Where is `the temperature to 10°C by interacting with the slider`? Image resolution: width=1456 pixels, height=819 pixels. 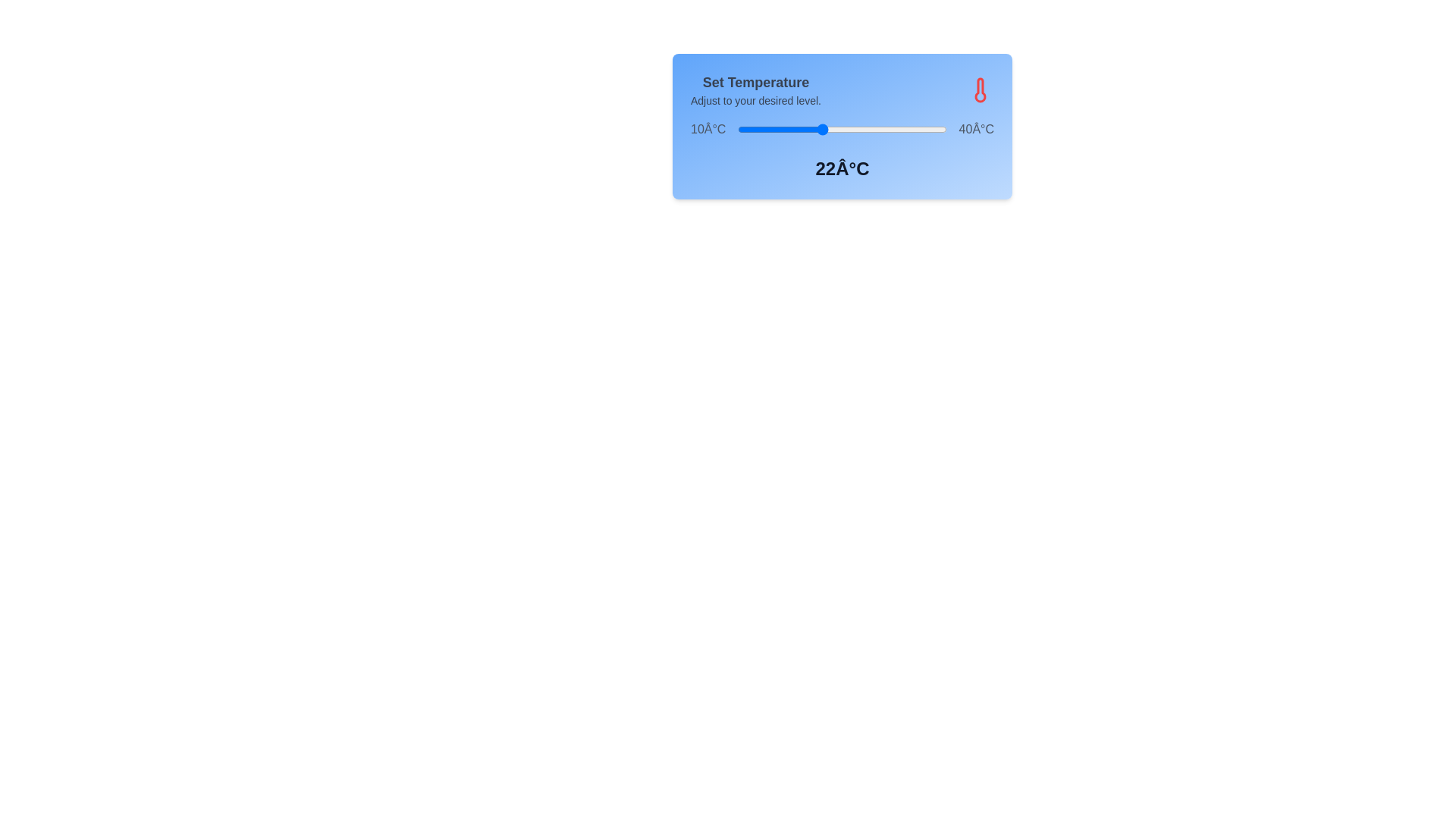 the temperature to 10°C by interacting with the slider is located at coordinates (738, 128).